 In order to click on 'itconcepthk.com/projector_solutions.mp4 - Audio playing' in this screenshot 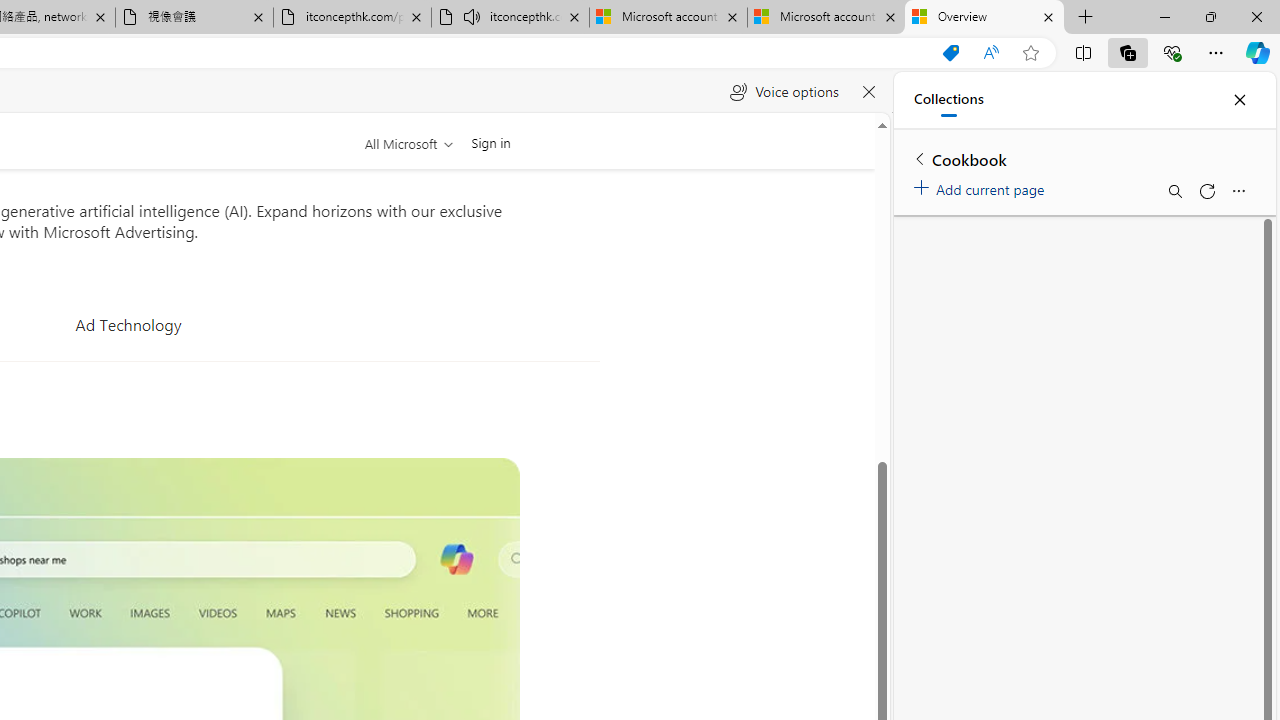, I will do `click(510, 17)`.